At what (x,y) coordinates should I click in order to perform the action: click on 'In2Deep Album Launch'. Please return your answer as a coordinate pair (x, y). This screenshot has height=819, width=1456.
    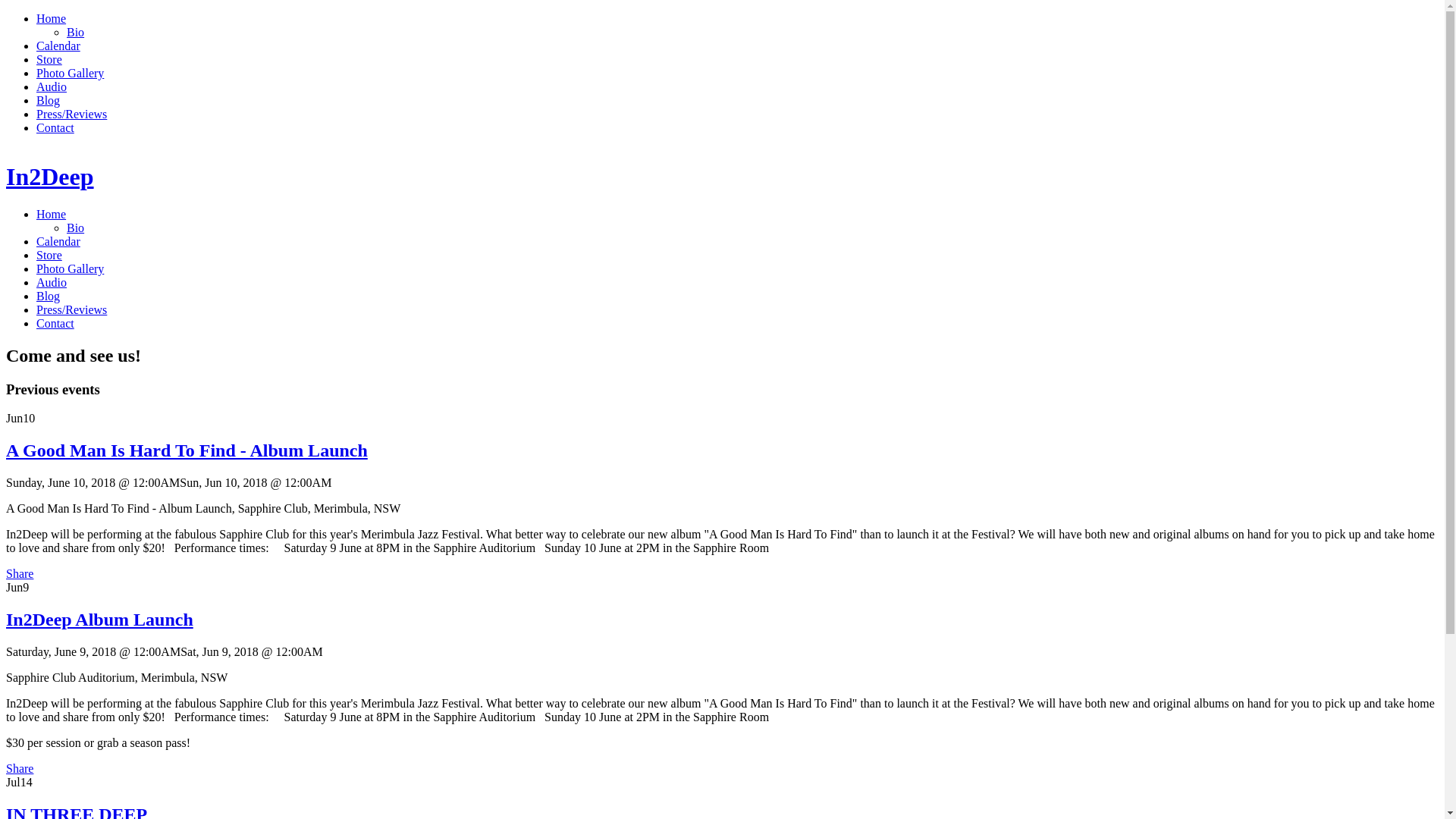
    Looking at the image, I should click on (99, 620).